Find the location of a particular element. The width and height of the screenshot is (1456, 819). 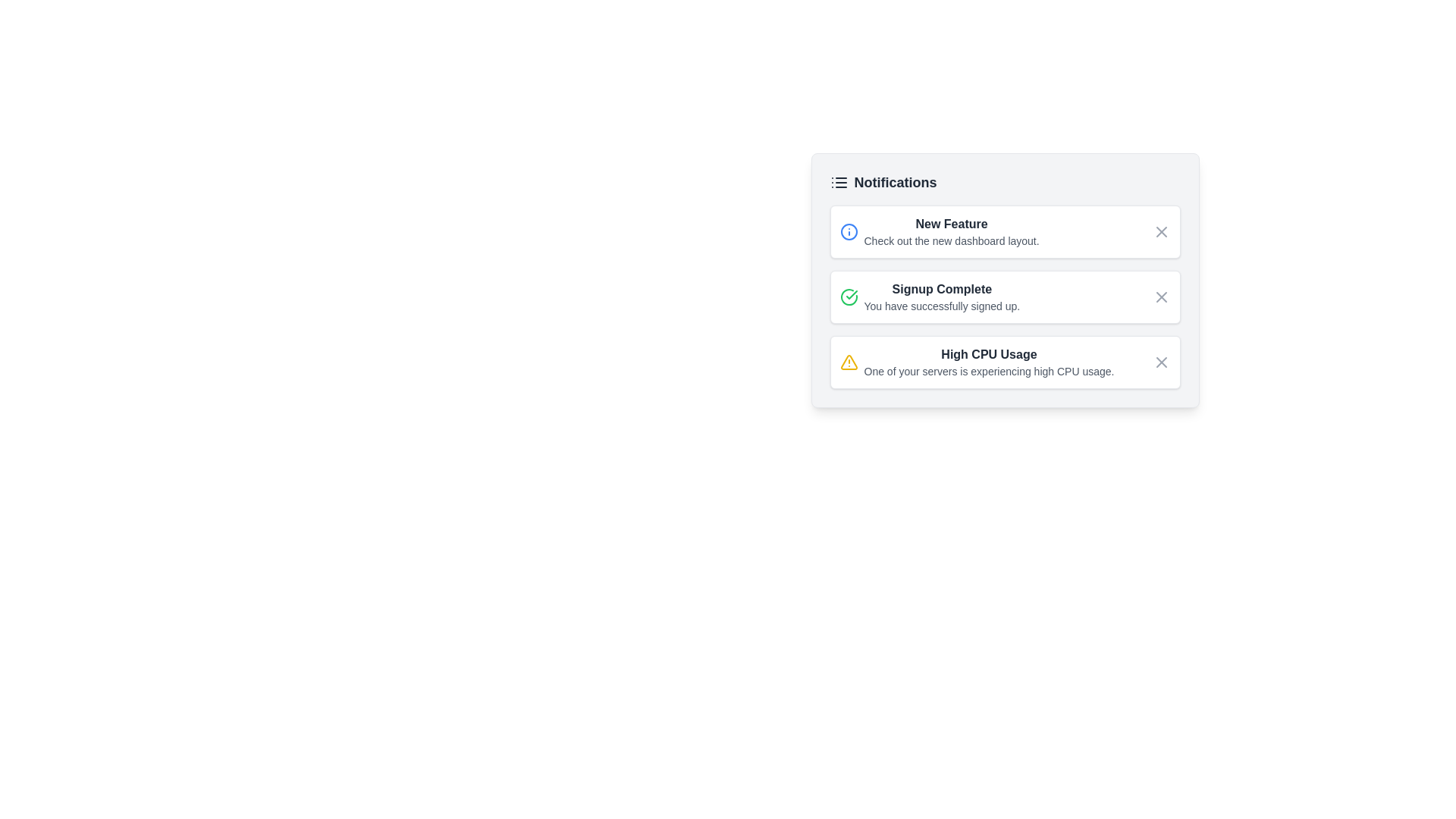

detailed information provided by the text label regarding high CPU usage, located directly below the bold title 'High CPU Usage' in the third notification area is located at coordinates (989, 371).